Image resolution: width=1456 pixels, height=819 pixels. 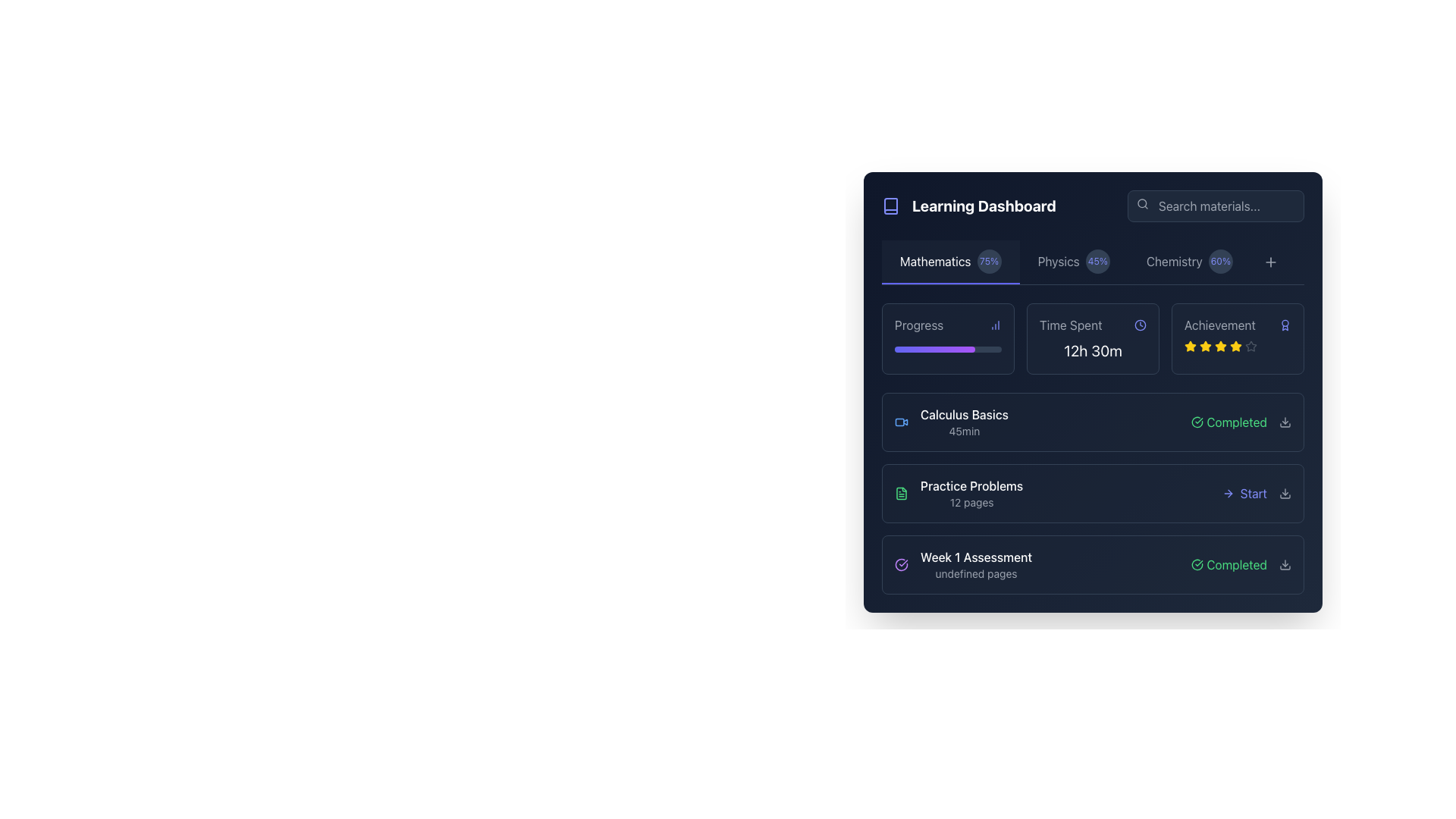 What do you see at coordinates (1197, 422) in the screenshot?
I see `the Status indicator icon that indicates the completion of the 'Calculus Basics' task, which is located adjacent to the text 'Completed' in the middle column of the dashboard` at bounding box center [1197, 422].